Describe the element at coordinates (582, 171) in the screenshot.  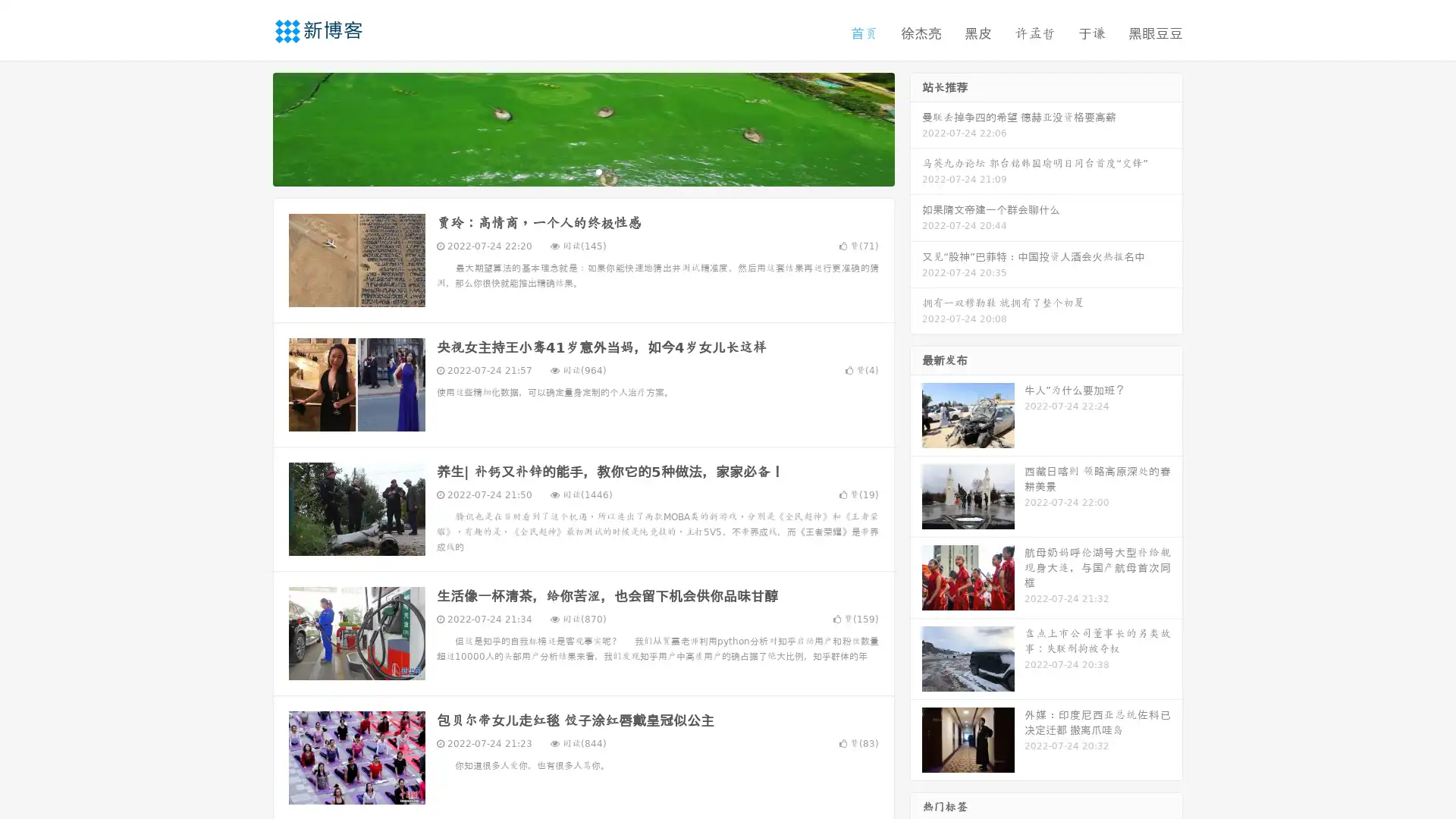
I see `Go to slide 2` at that location.